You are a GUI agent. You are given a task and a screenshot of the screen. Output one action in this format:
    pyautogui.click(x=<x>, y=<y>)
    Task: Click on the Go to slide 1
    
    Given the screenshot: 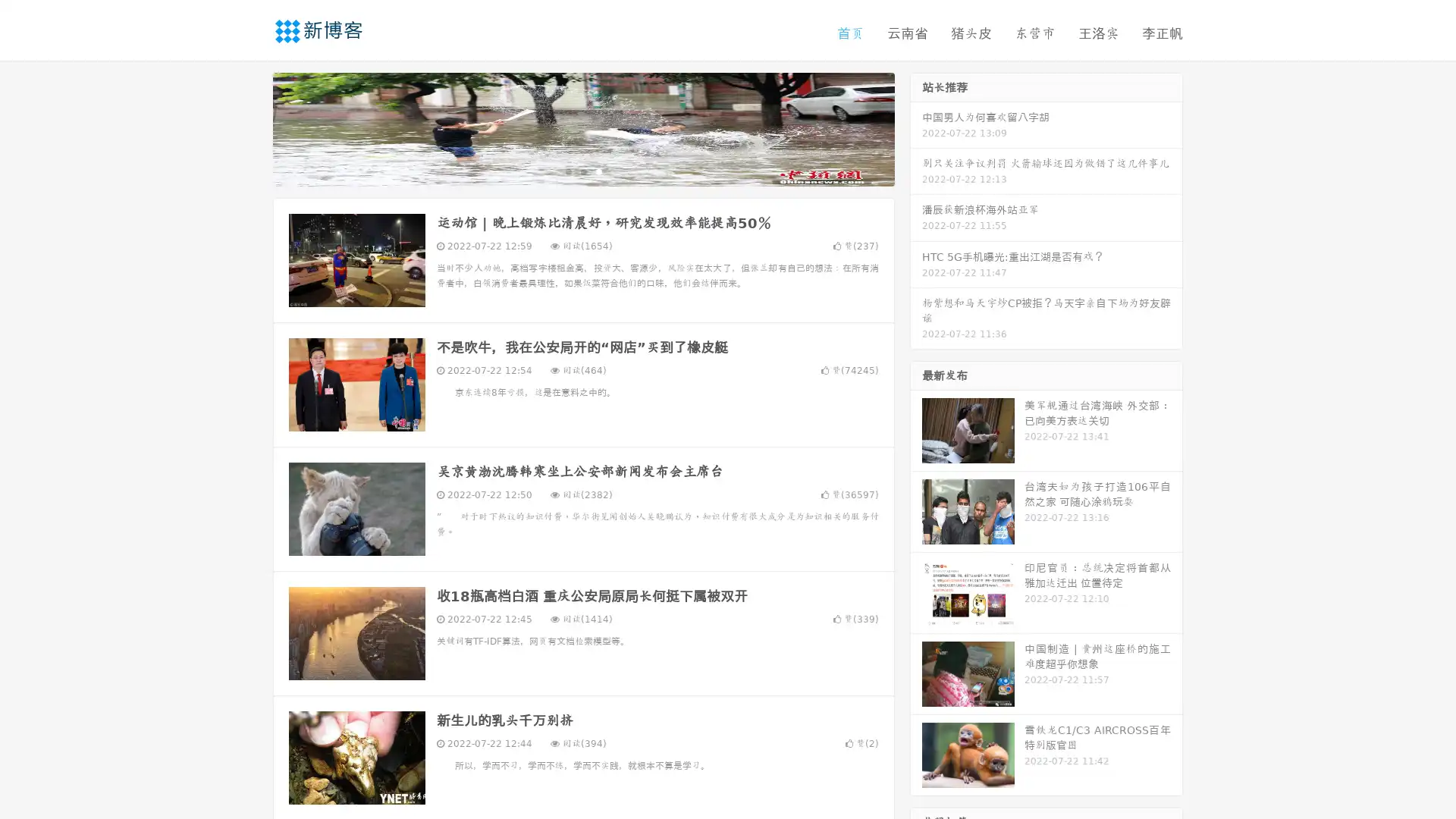 What is the action you would take?
    pyautogui.click(x=567, y=171)
    